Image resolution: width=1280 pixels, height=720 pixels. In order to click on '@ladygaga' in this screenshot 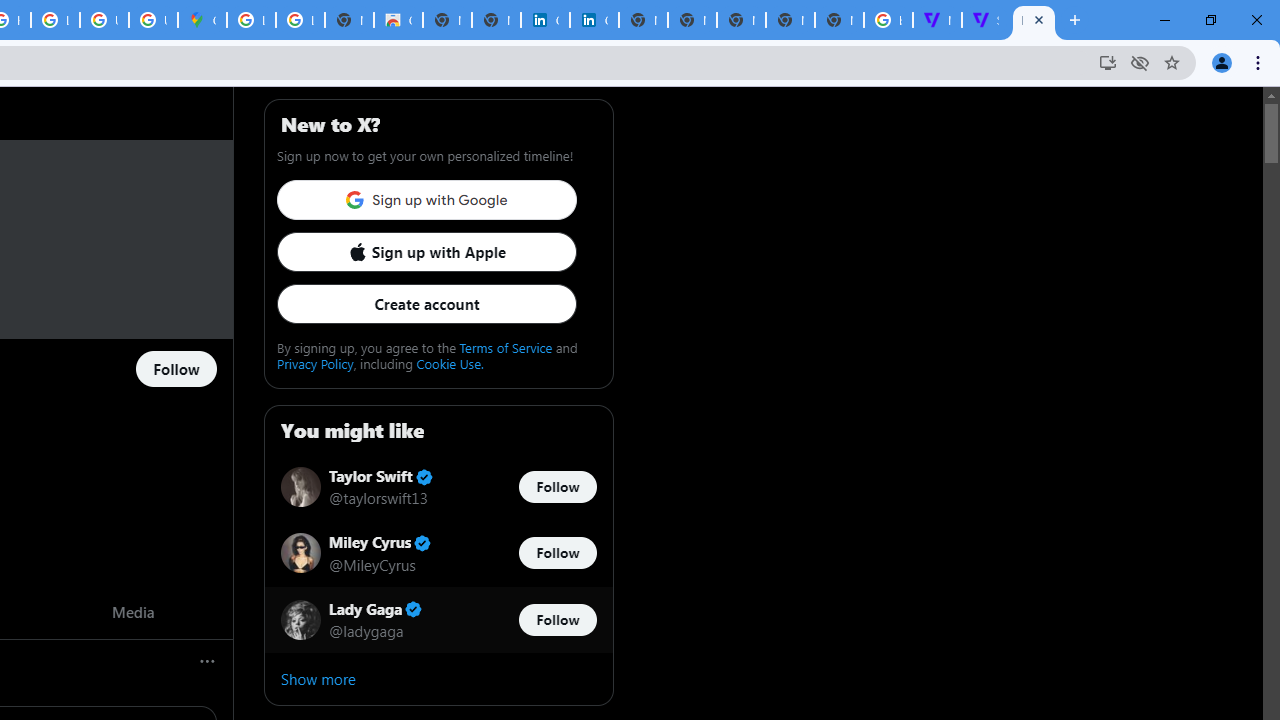, I will do `click(366, 630)`.